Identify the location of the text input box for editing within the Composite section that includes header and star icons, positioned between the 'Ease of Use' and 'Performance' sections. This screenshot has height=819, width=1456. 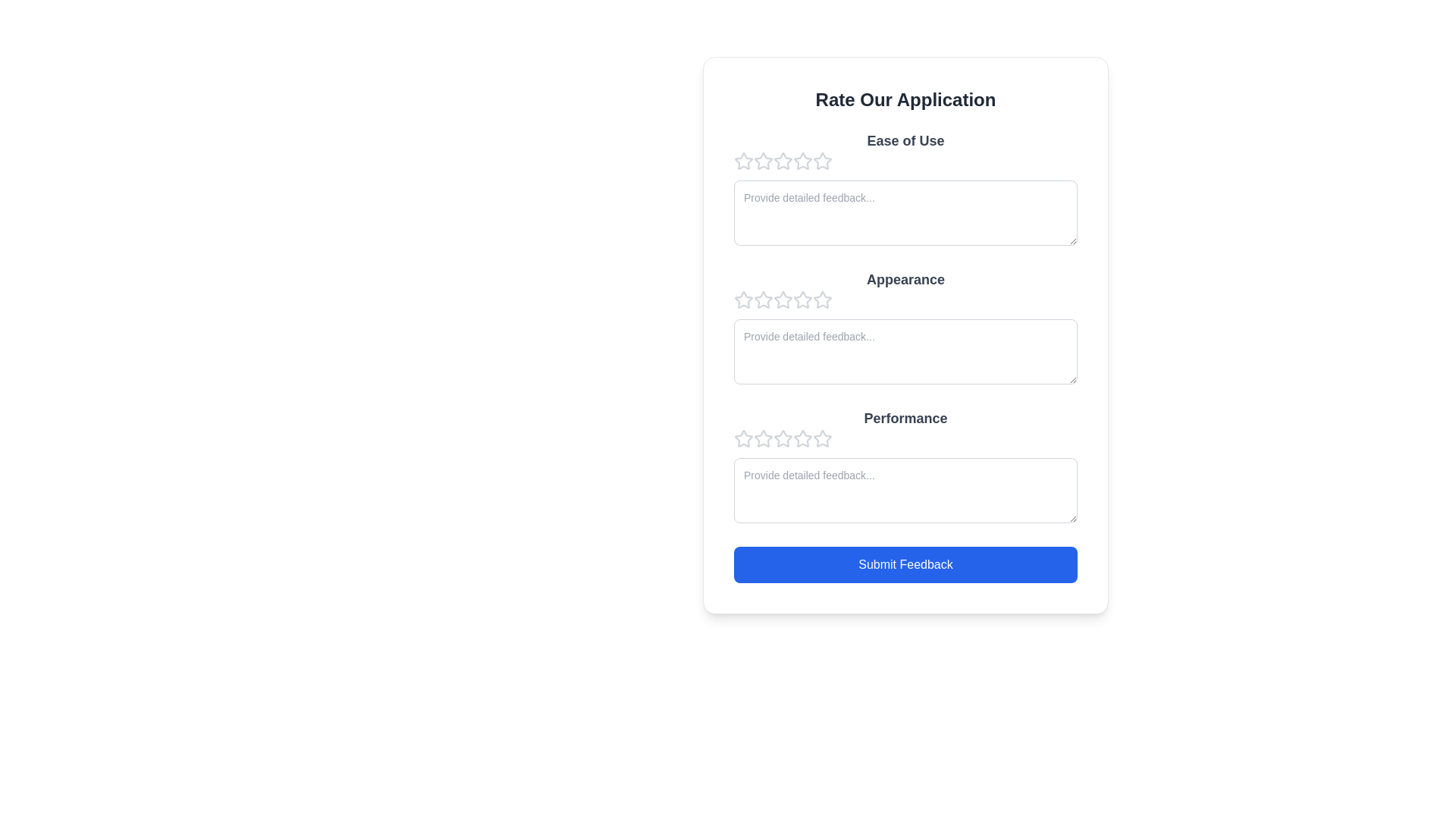
(905, 328).